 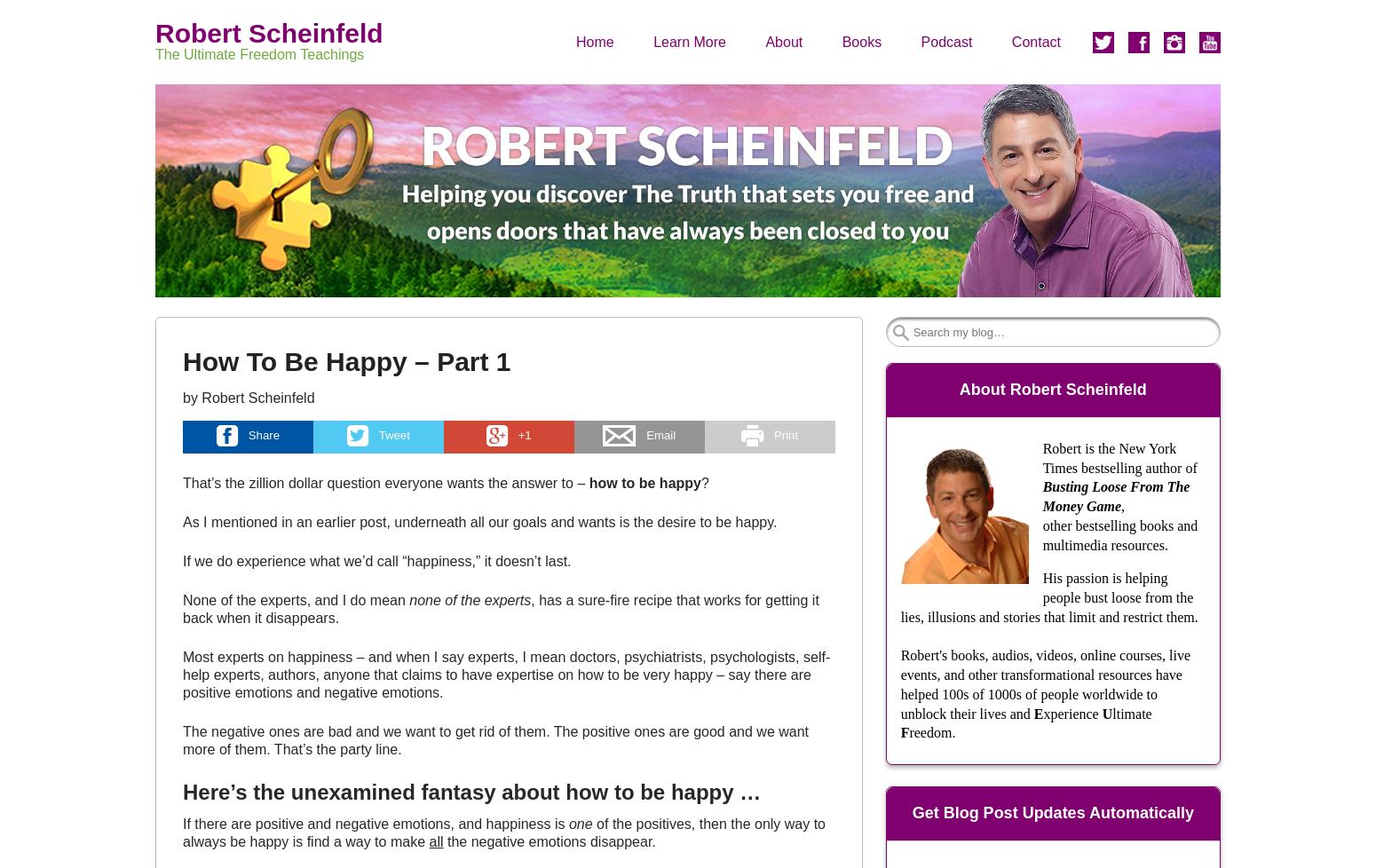 I want to click on 'Books', so click(x=840, y=41).